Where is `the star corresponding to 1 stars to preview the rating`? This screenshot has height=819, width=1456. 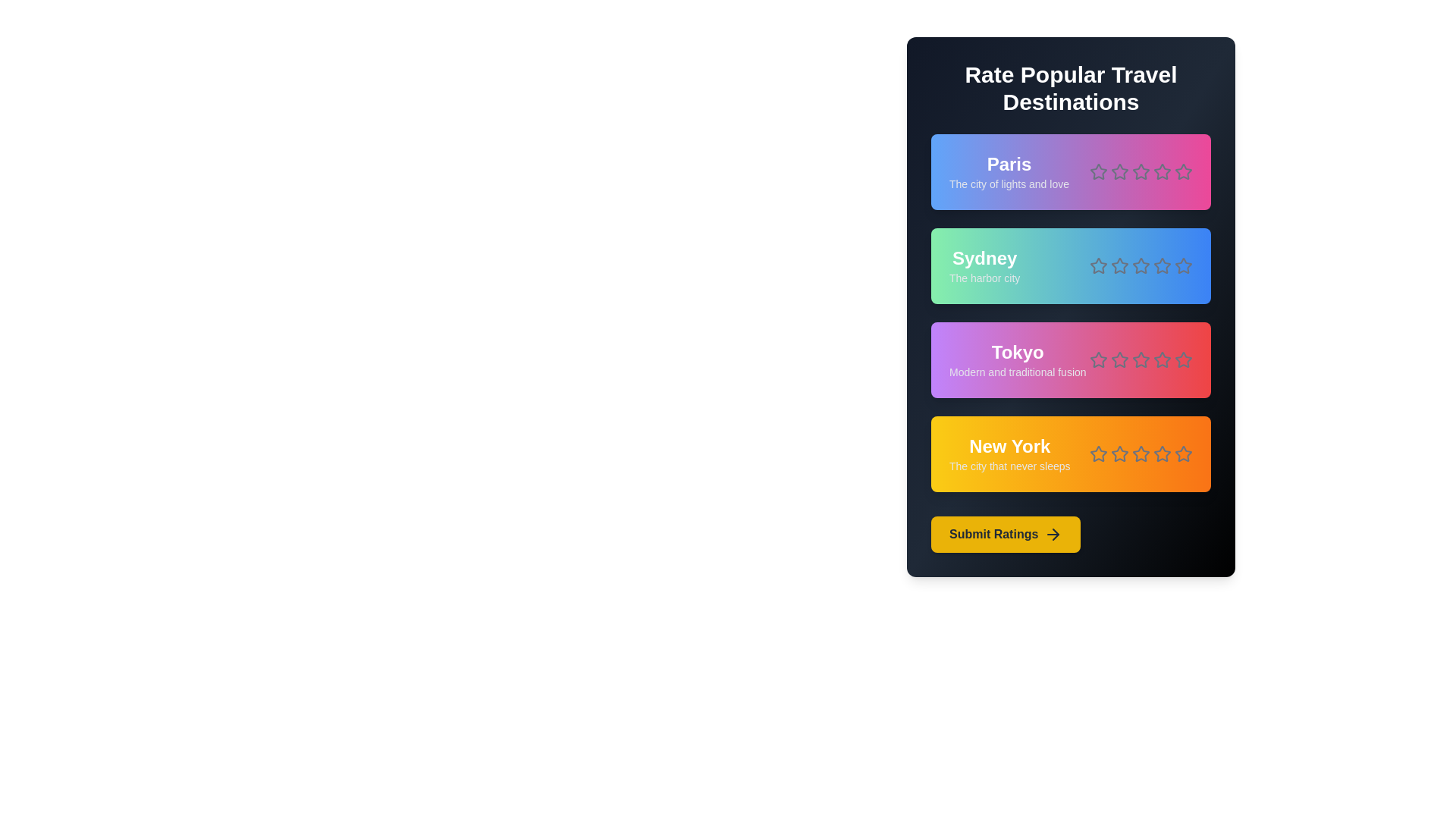 the star corresponding to 1 stars to preview the rating is located at coordinates (1099, 171).